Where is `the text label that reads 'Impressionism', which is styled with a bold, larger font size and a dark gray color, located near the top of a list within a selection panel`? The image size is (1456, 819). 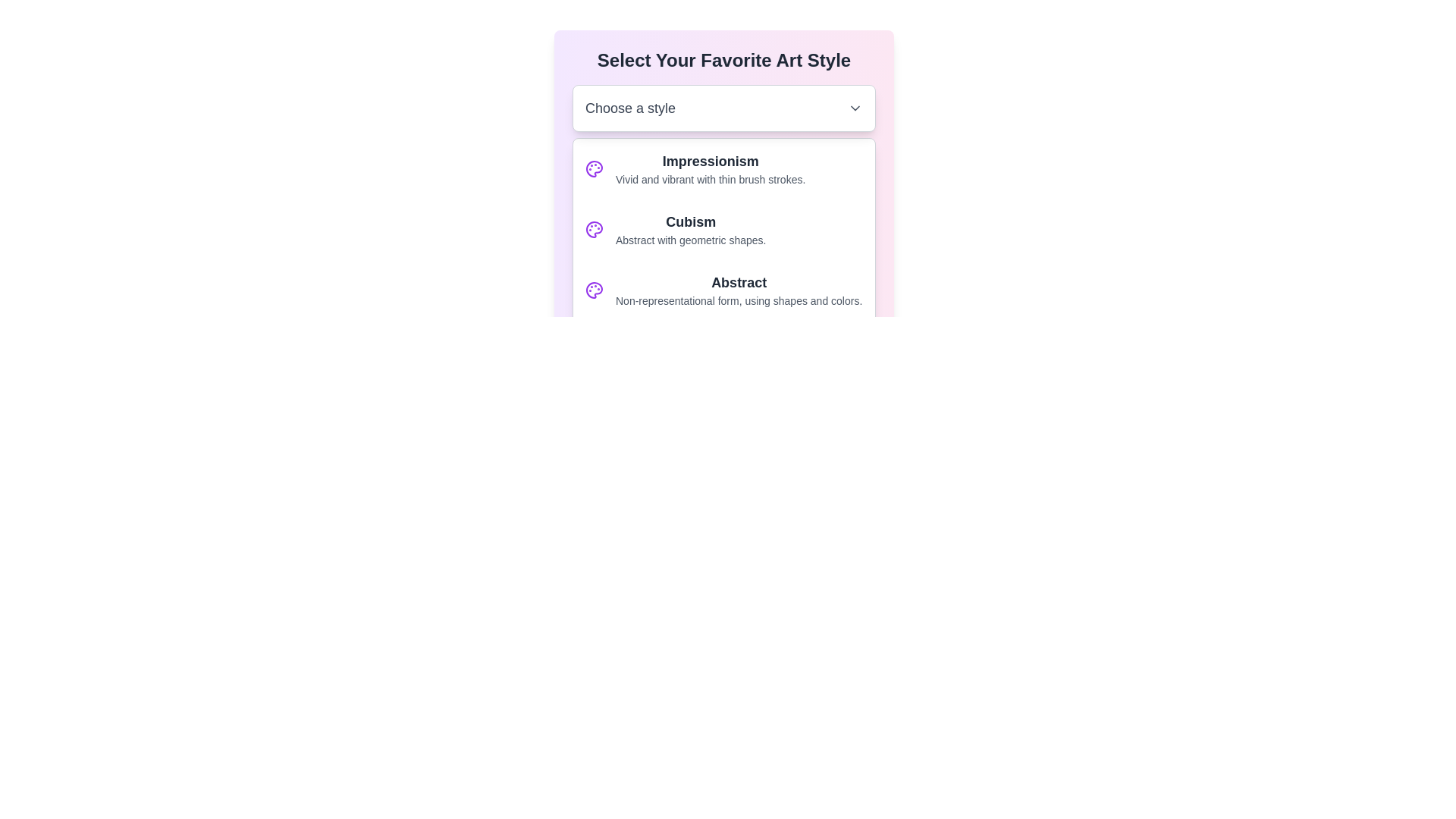
the text label that reads 'Impressionism', which is styled with a bold, larger font size and a dark gray color, located near the top of a list within a selection panel is located at coordinates (710, 161).